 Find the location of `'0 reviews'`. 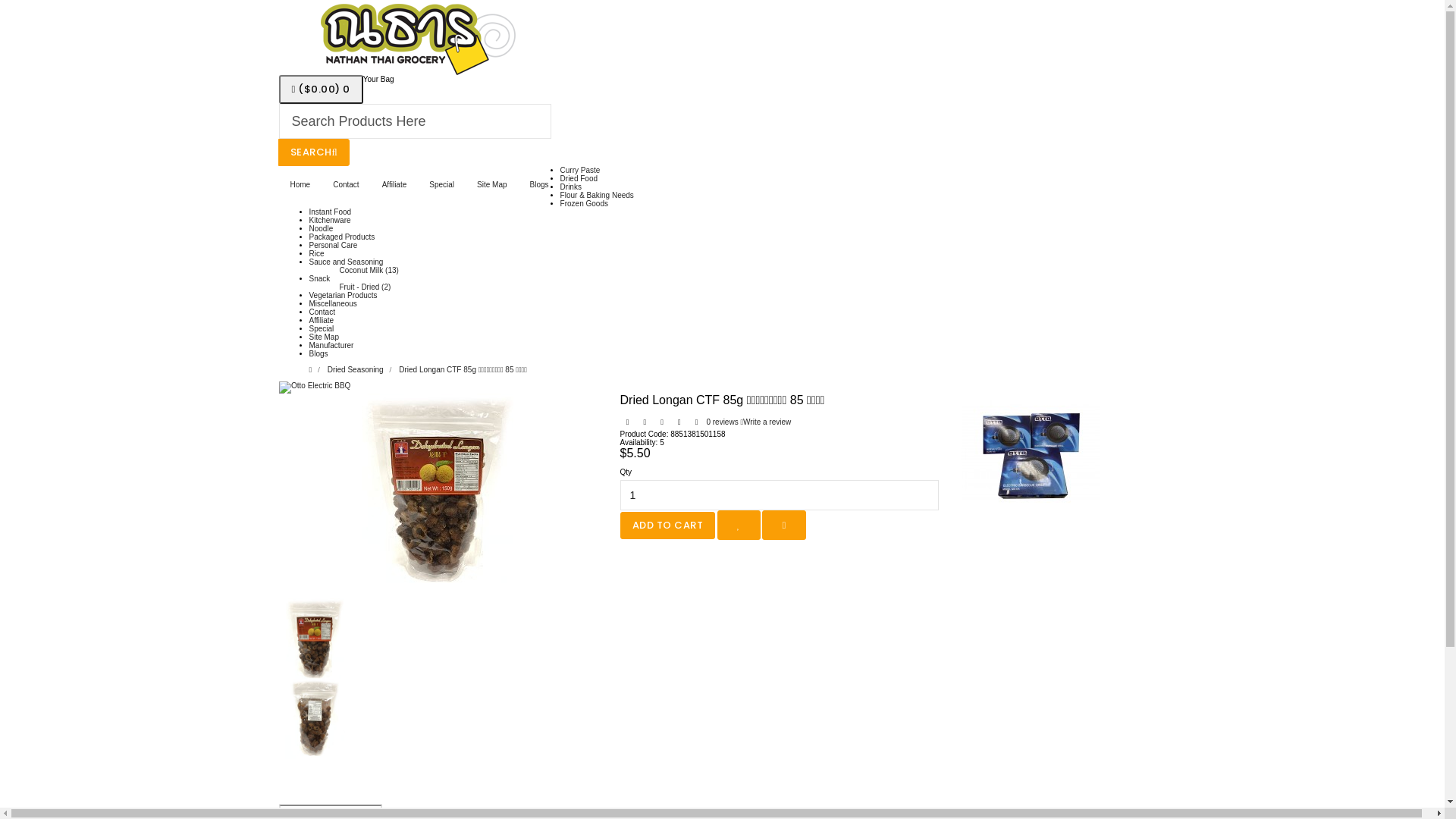

'0 reviews' is located at coordinates (720, 422).